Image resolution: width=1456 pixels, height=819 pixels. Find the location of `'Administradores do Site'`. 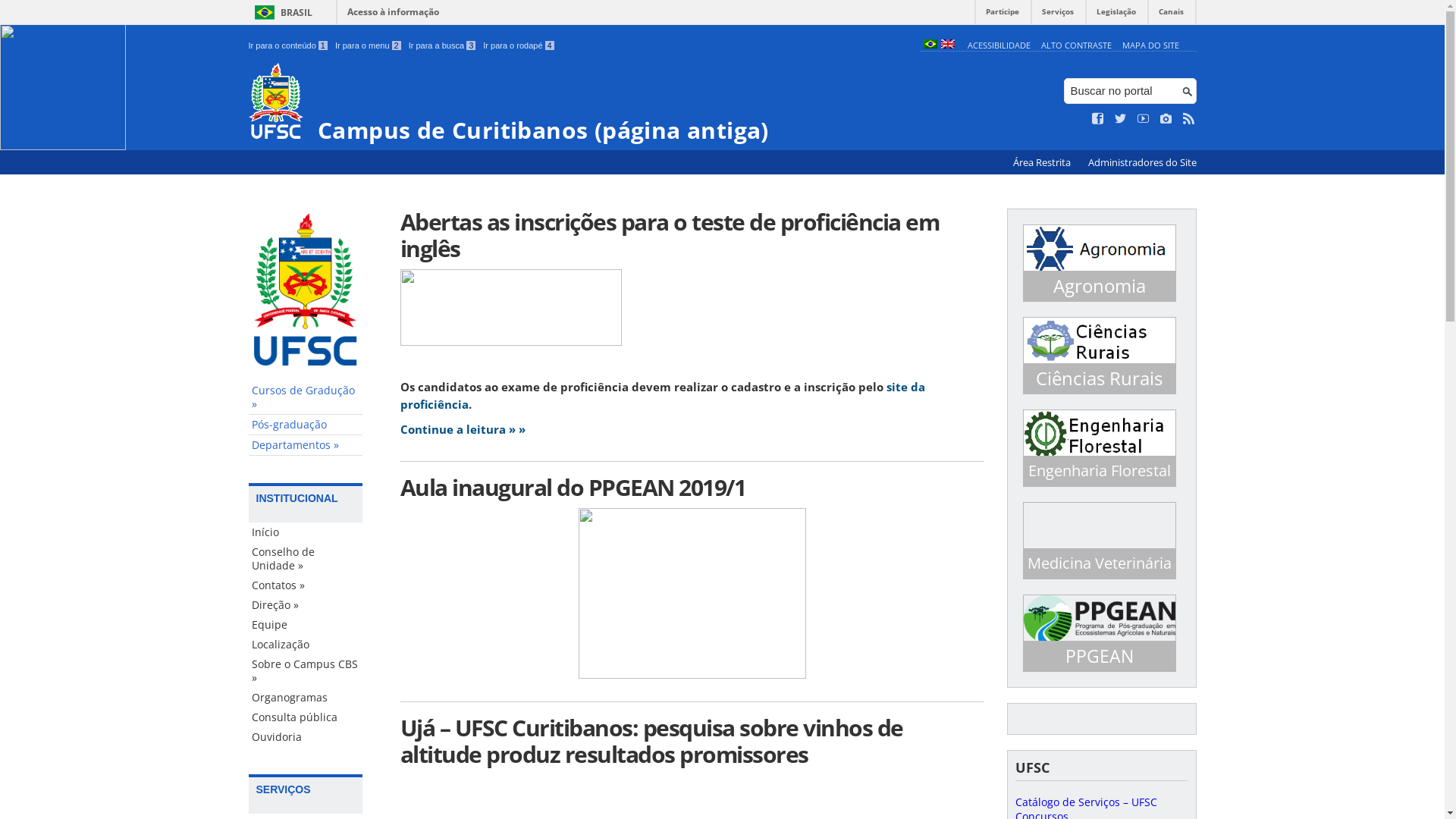

'Administradores do Site' is located at coordinates (1141, 162).